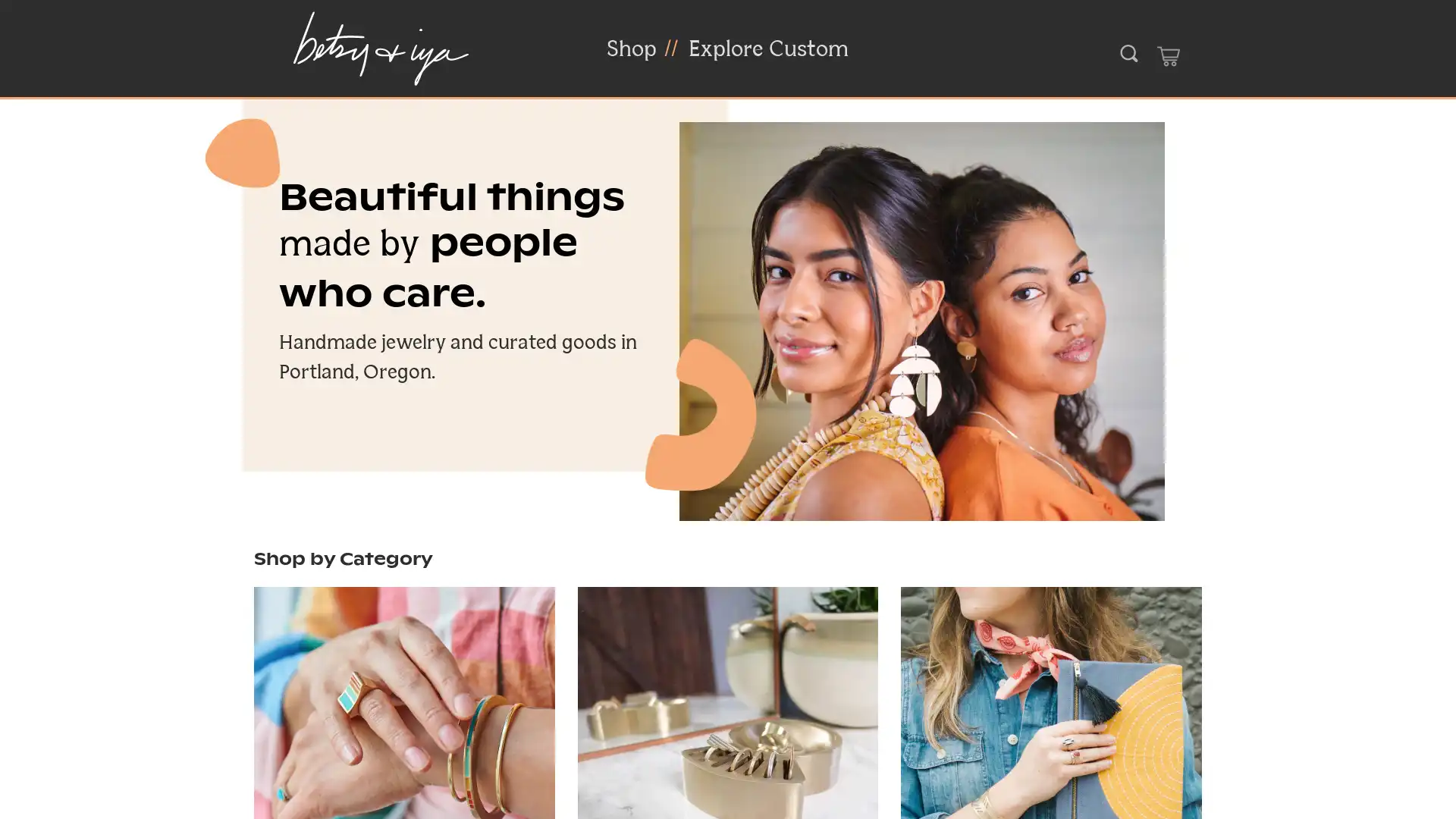  Describe the element at coordinates (632, 49) in the screenshot. I see `Shop` at that location.